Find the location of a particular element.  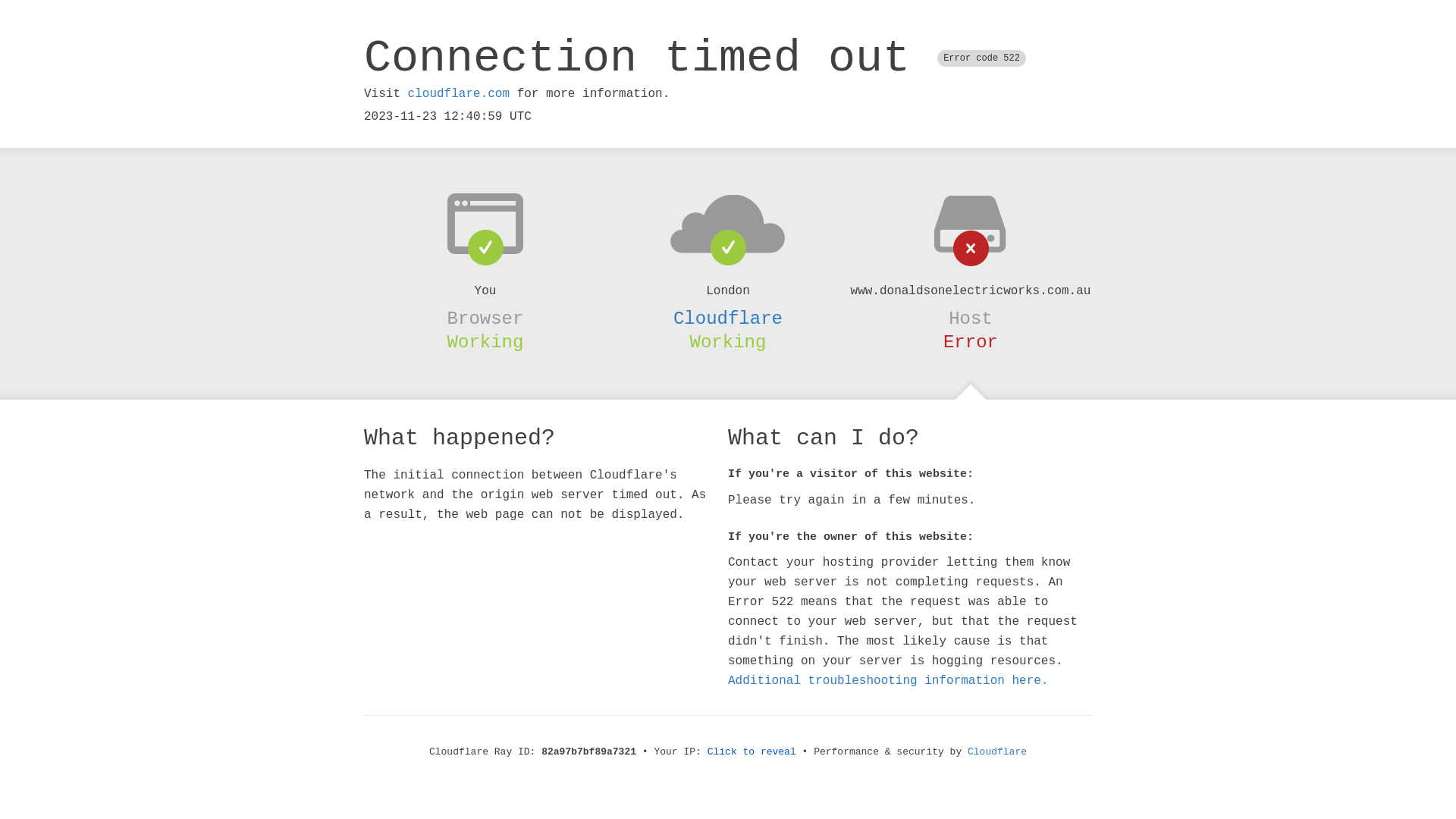

'Cloudflare' is located at coordinates (728, 318).